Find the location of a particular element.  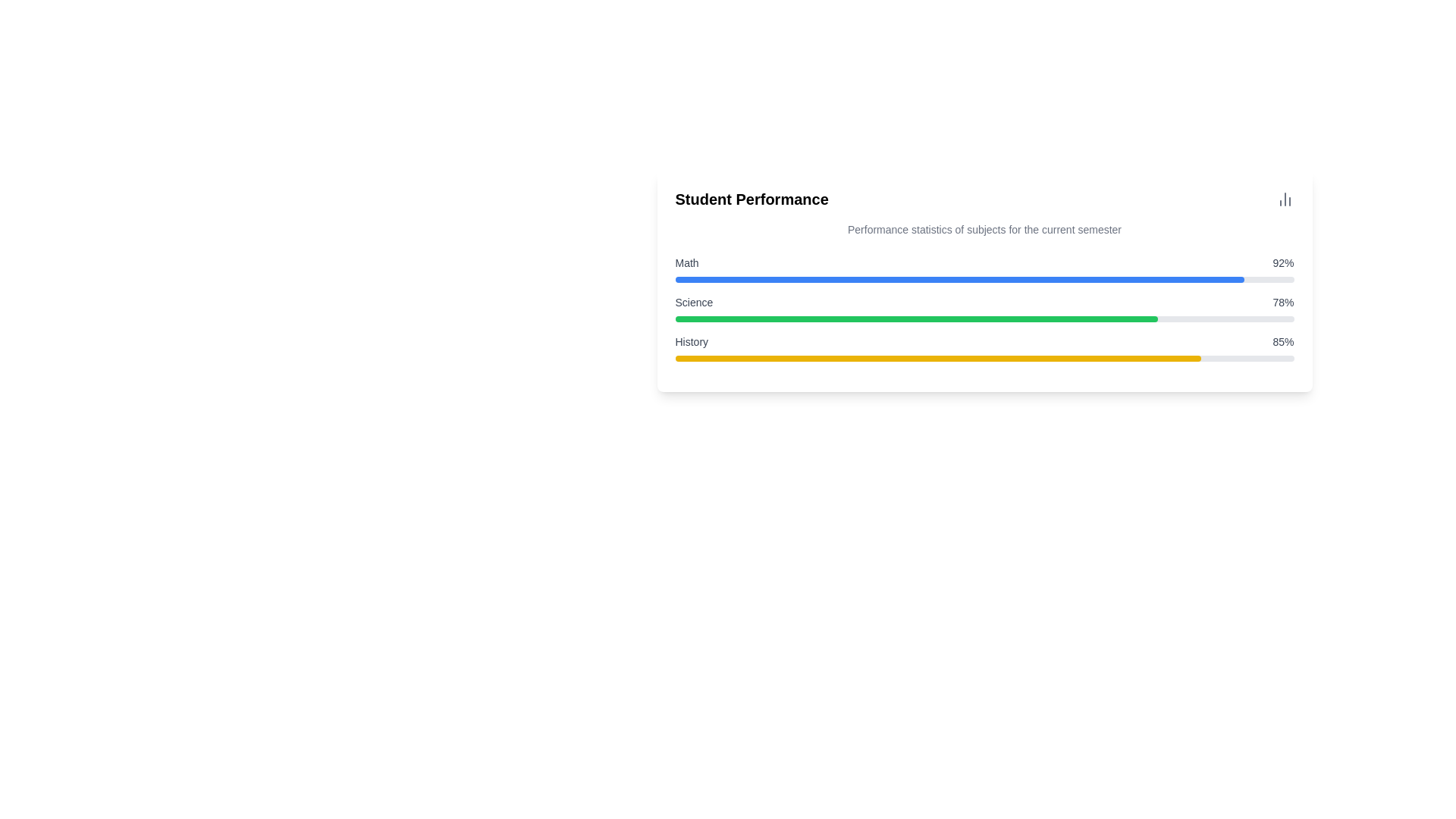

the Performance progress block element showing 'History' with an 85% completion is located at coordinates (984, 348).